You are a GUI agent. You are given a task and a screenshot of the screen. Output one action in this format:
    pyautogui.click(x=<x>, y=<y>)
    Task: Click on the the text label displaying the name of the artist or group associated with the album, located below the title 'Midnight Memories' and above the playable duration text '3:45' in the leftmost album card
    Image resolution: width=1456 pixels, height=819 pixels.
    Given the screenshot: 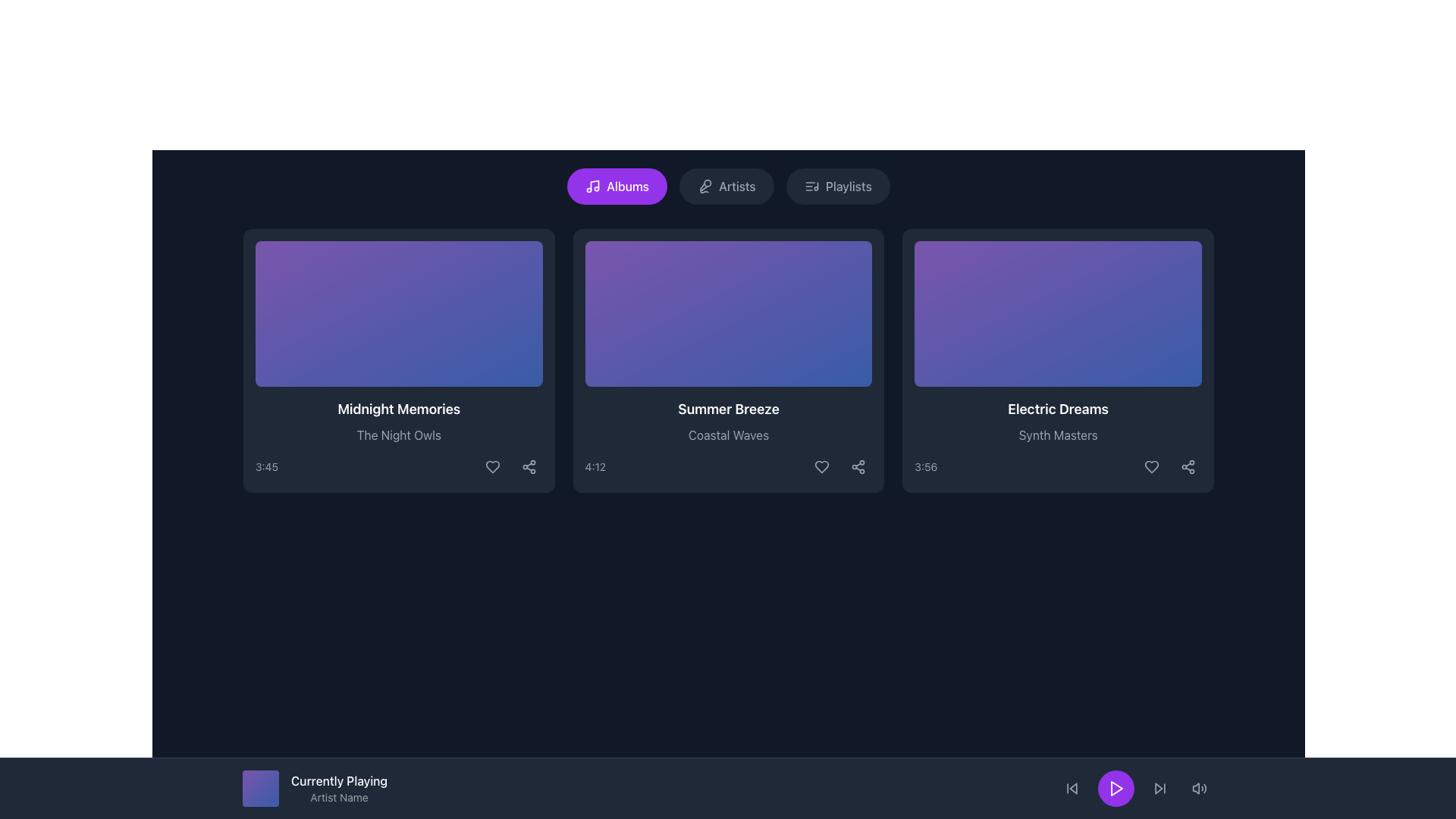 What is the action you would take?
    pyautogui.click(x=399, y=435)
    